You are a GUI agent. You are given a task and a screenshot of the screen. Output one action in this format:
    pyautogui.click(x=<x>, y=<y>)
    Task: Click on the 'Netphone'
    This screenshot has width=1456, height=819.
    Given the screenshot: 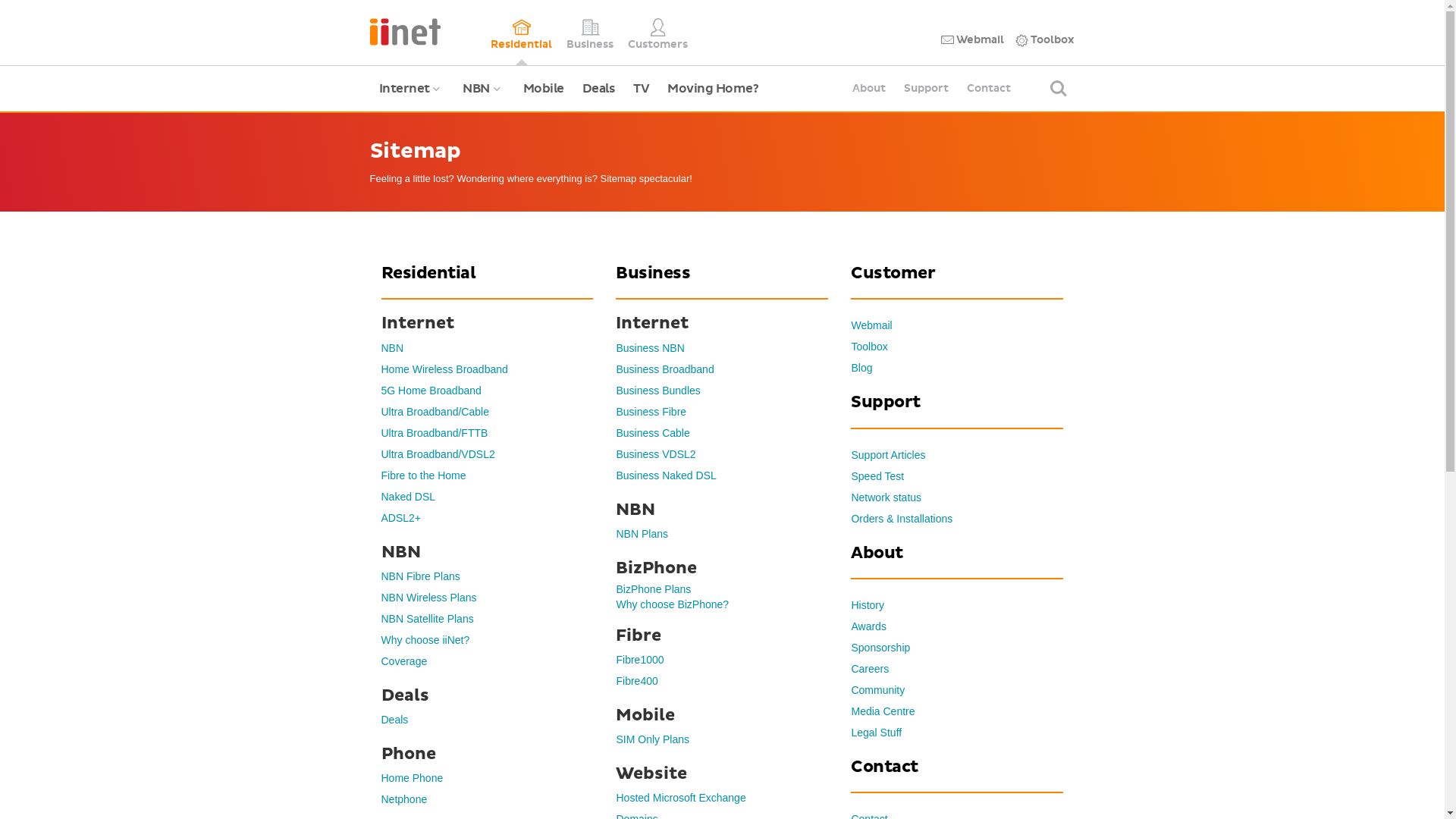 What is the action you would take?
    pyautogui.click(x=403, y=798)
    